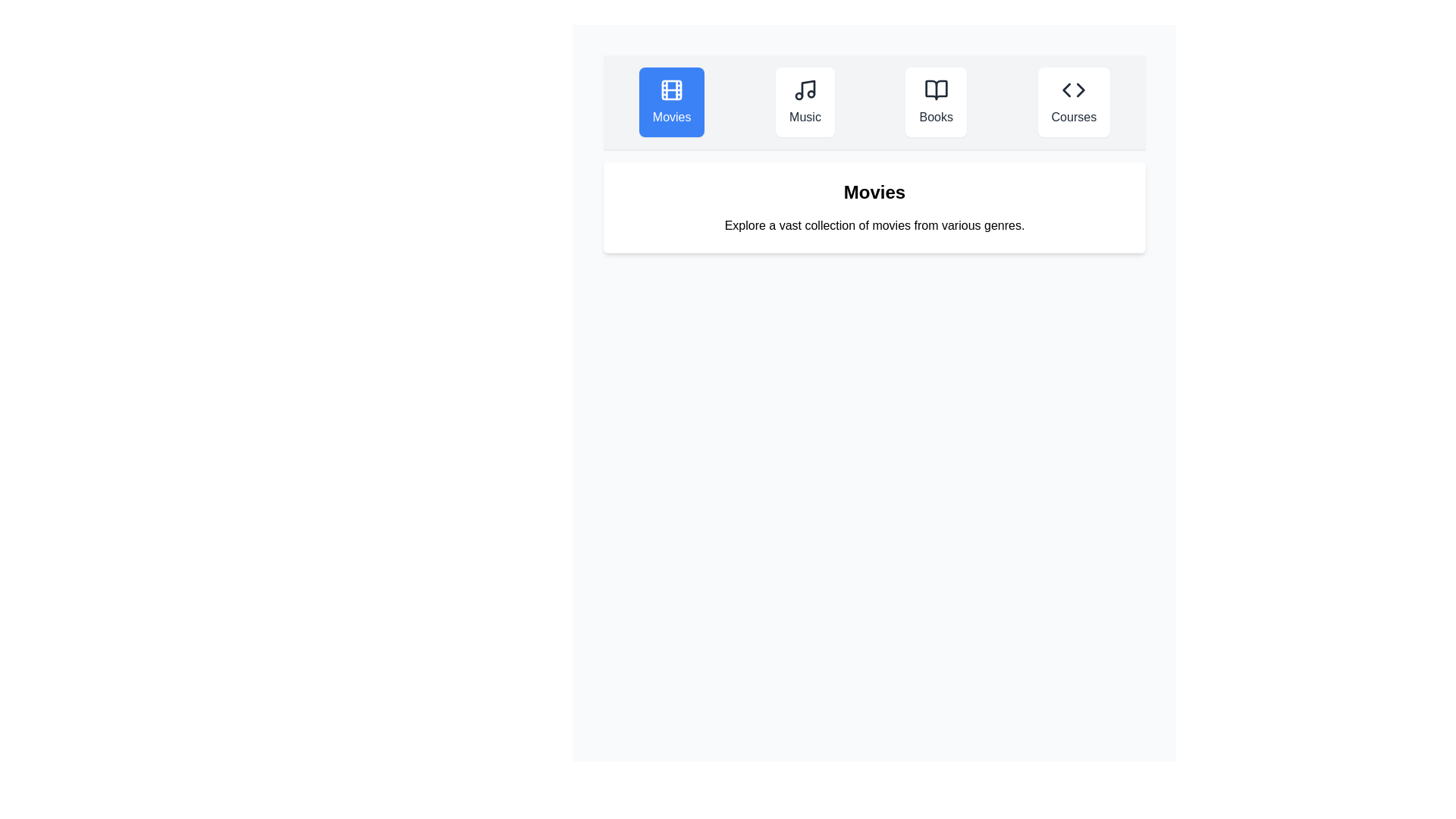 The width and height of the screenshot is (1456, 819). What do you see at coordinates (804, 102) in the screenshot?
I see `the Music tab to activate it` at bounding box center [804, 102].